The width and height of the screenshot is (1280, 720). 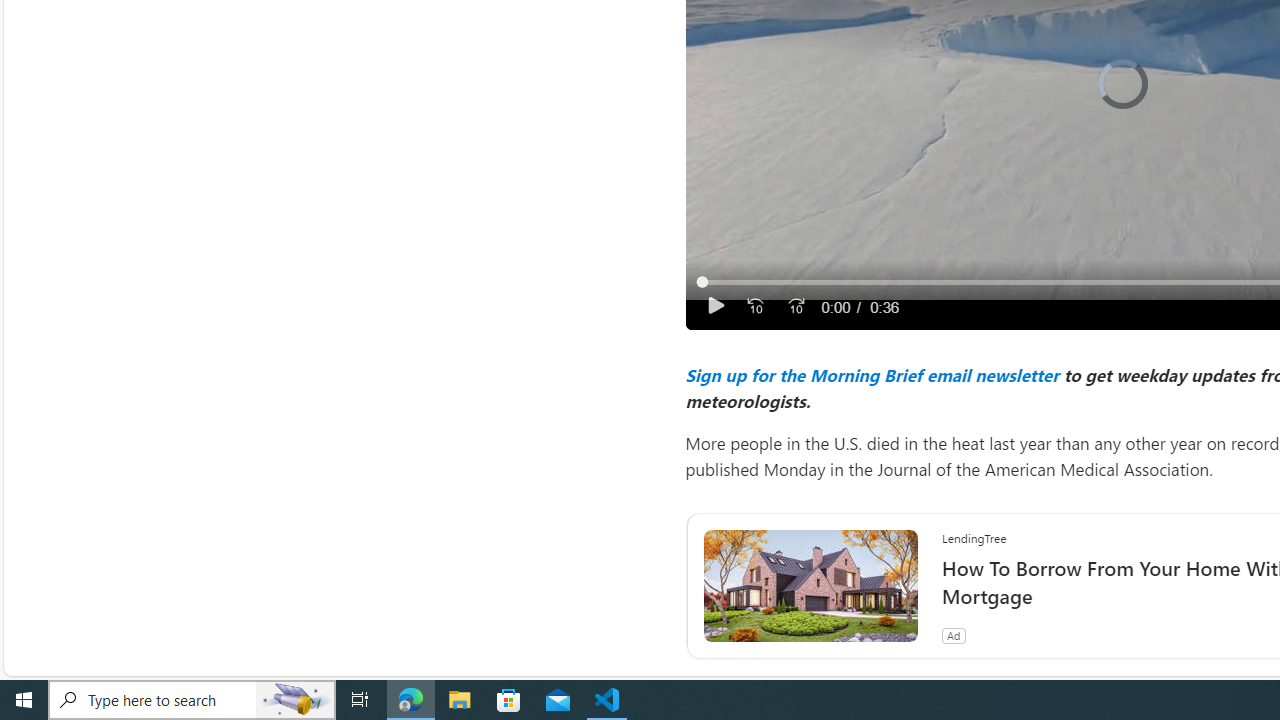 What do you see at coordinates (715, 306) in the screenshot?
I see `'Play'` at bounding box center [715, 306].